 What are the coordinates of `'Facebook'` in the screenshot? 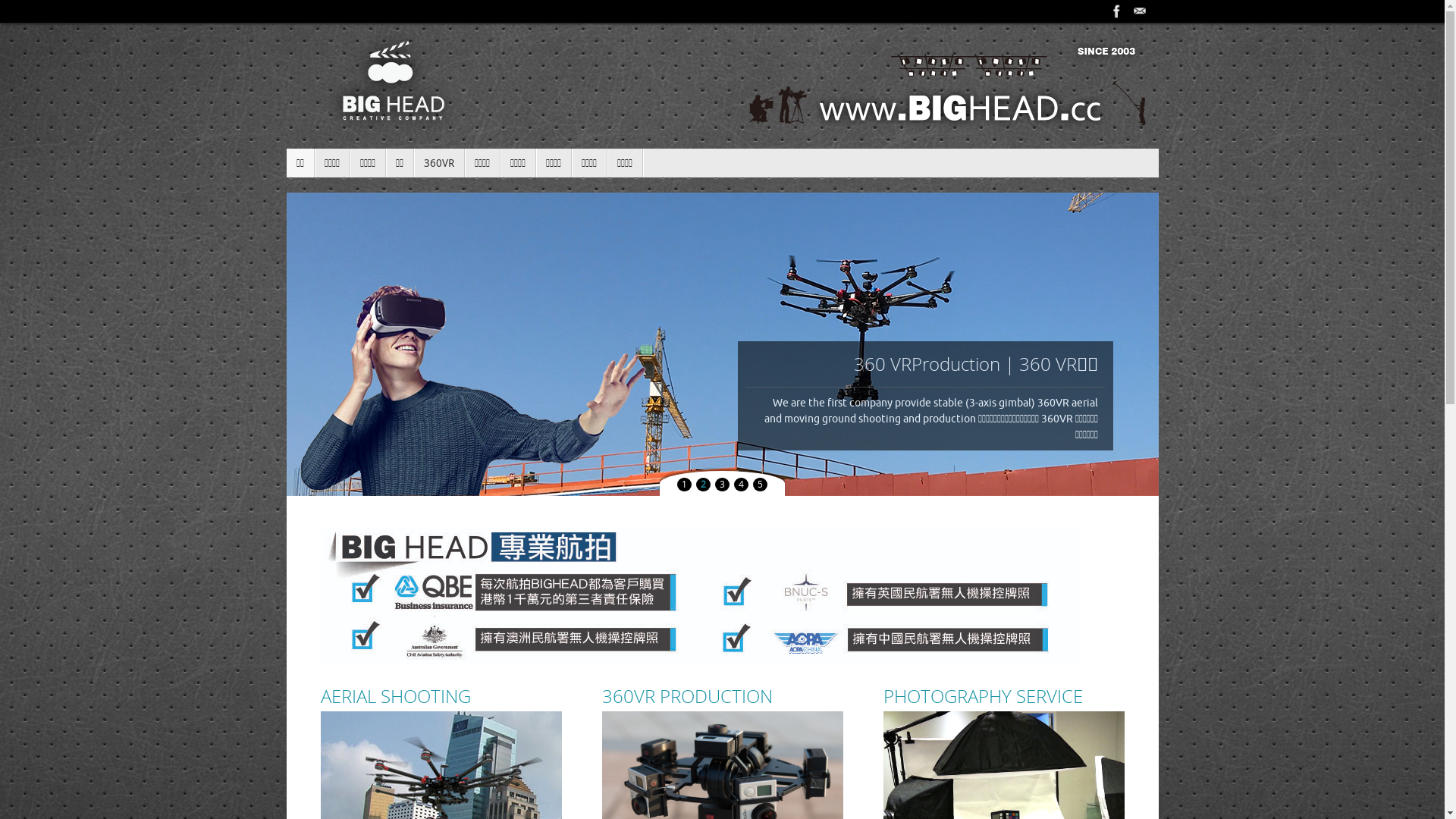 It's located at (1117, 11).